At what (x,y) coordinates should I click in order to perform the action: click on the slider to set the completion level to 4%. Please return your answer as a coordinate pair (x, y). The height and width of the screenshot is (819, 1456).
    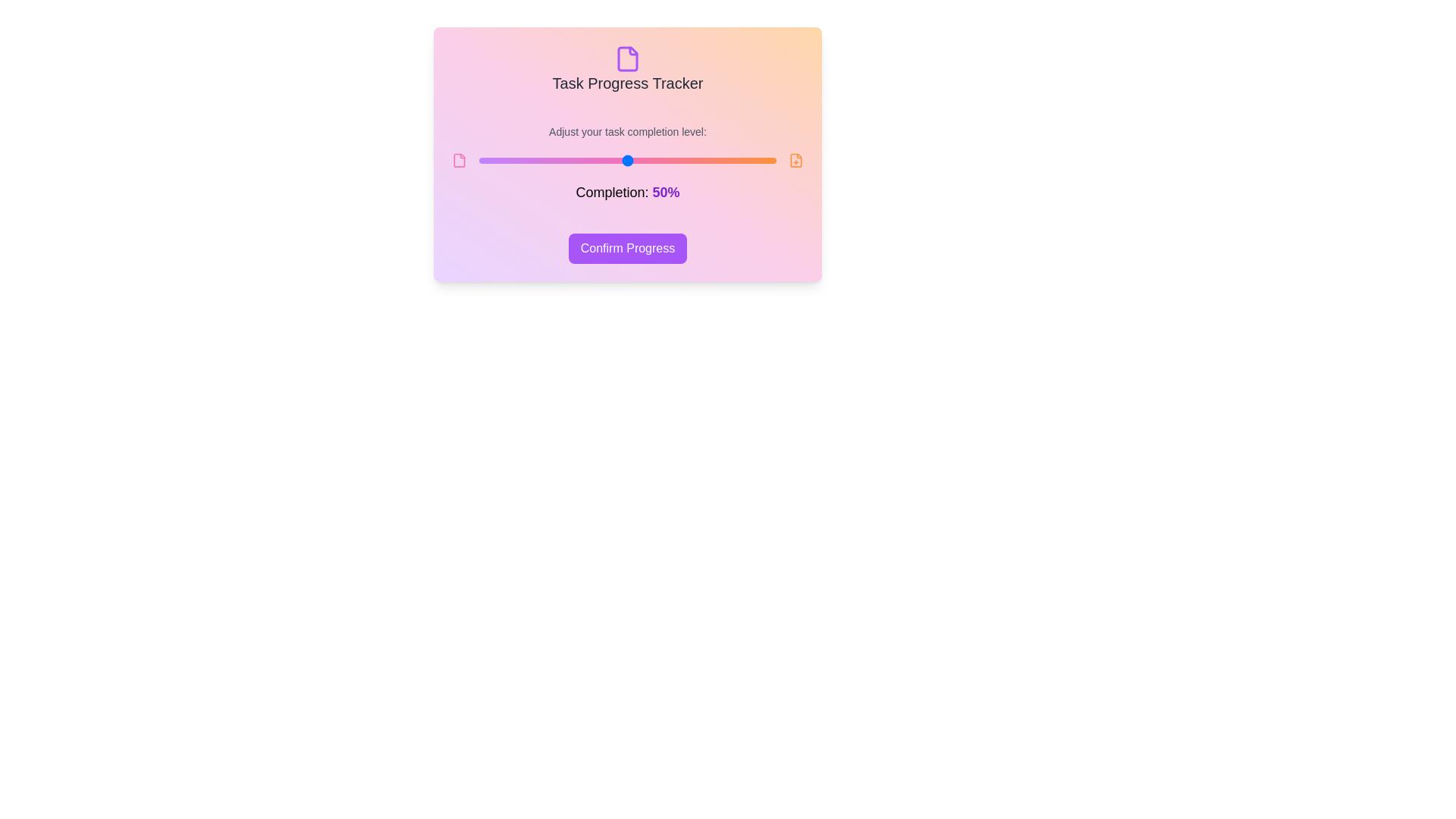
    Looking at the image, I should click on (491, 161).